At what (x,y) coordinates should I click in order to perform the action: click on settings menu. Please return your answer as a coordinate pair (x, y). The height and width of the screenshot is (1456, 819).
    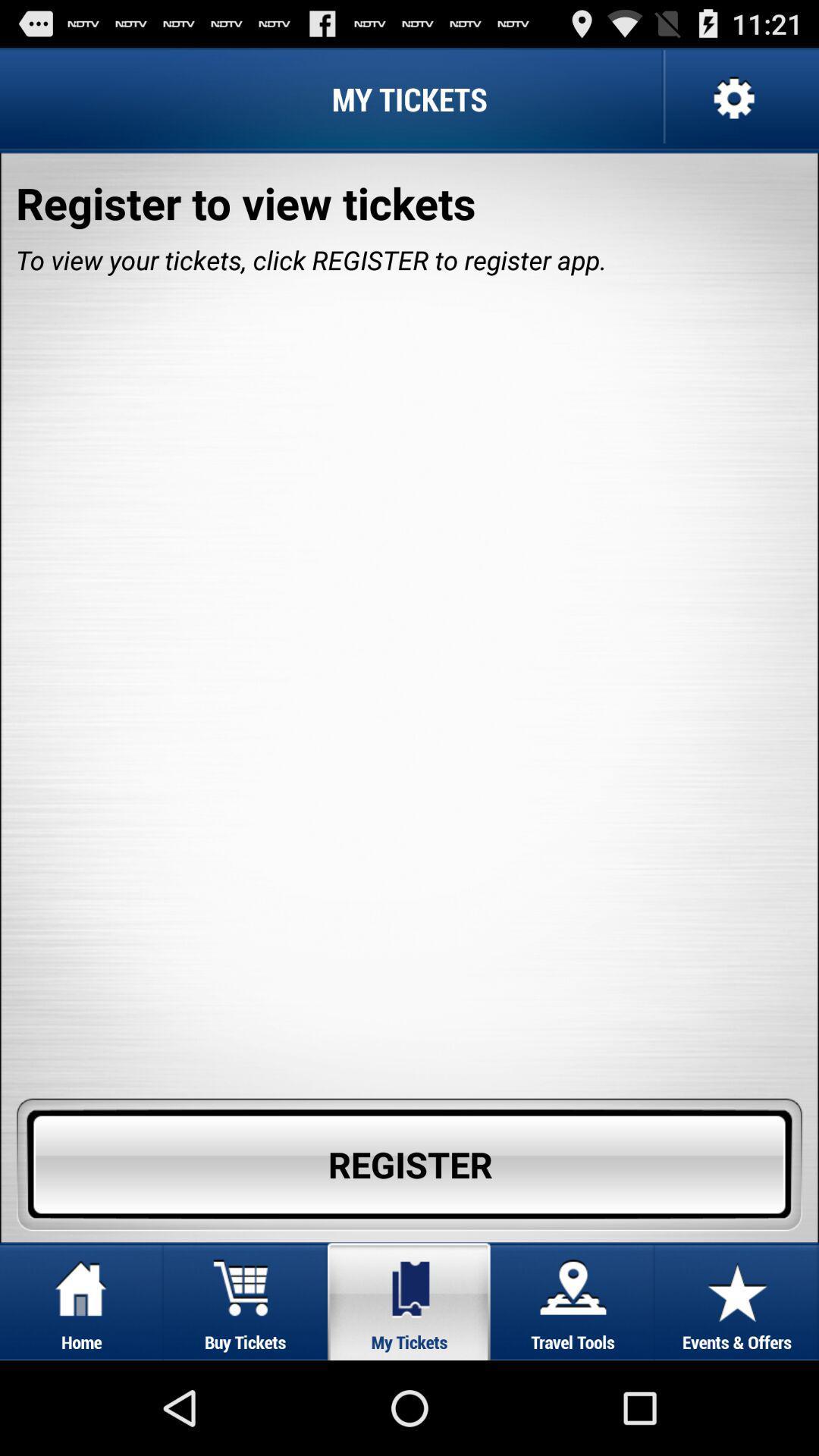
    Looking at the image, I should click on (731, 98).